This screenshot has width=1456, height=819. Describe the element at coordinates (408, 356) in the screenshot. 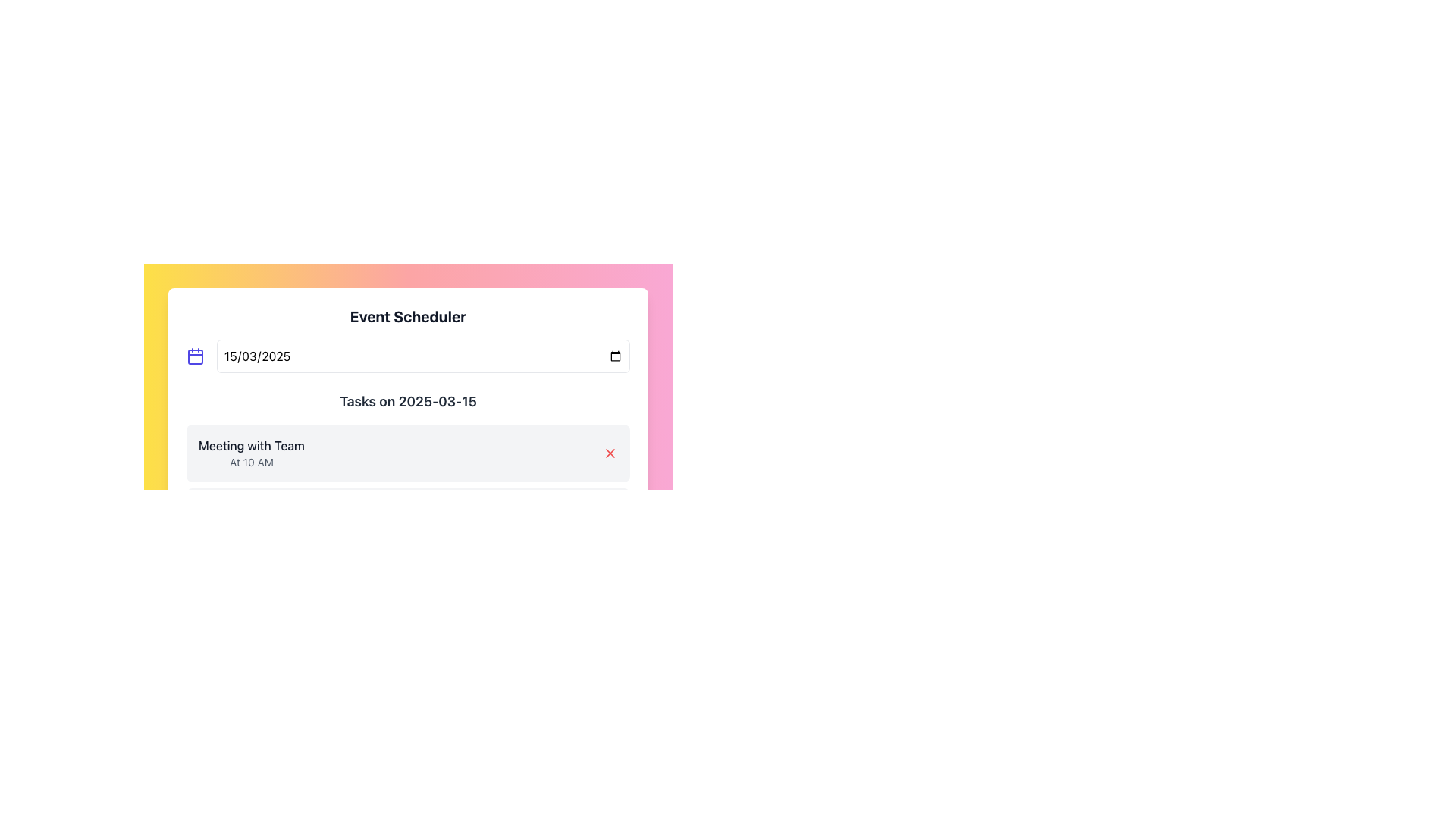

I see `the calendar button on the Date Picker, which is positioned to the right of the date input field displaying '15/03/2025'` at that location.